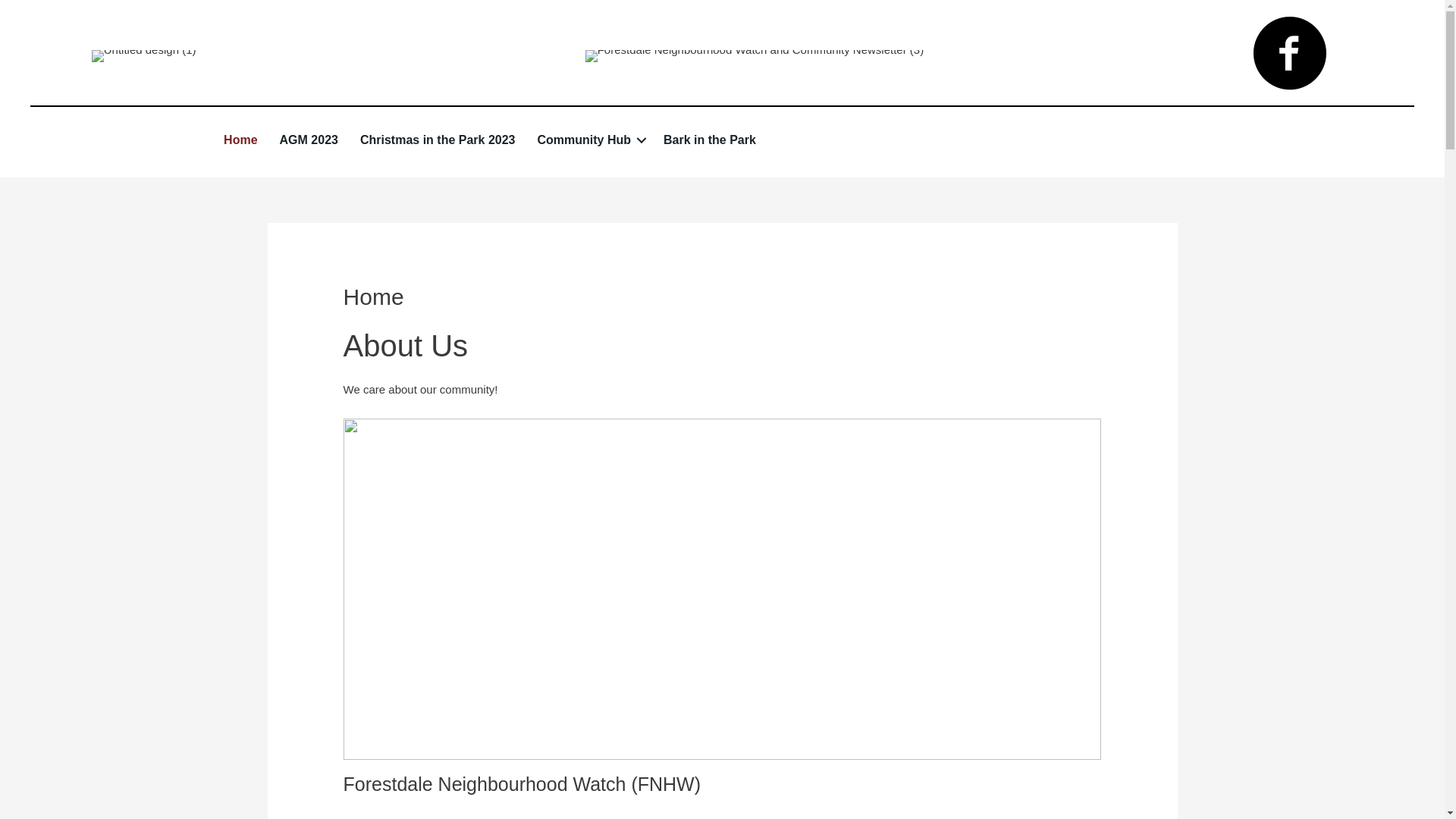 The height and width of the screenshot is (819, 1456). I want to click on 'Bark in the Park', so click(709, 140).